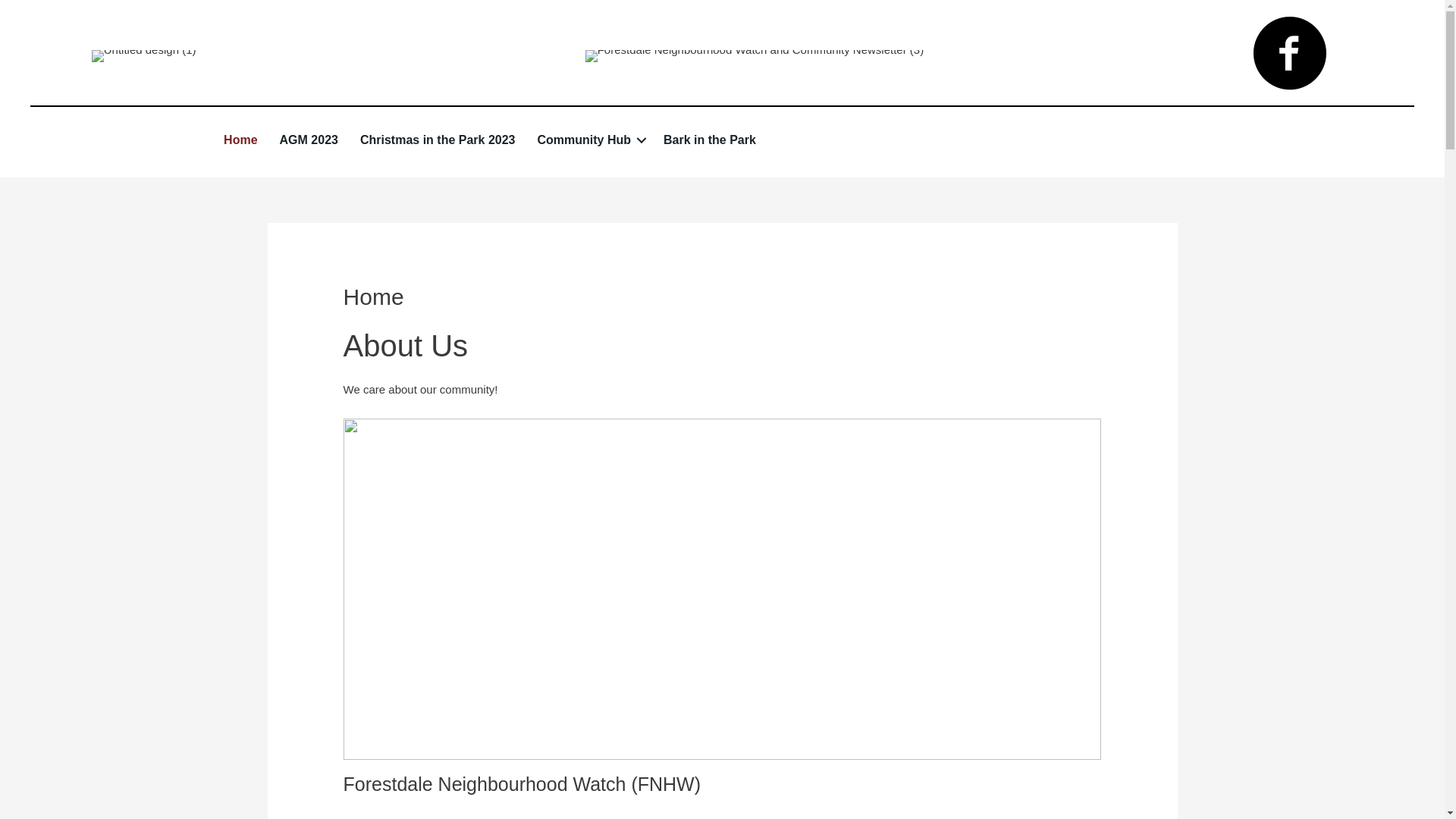 The height and width of the screenshot is (819, 1456). I want to click on 'Bark in the Park', so click(709, 140).